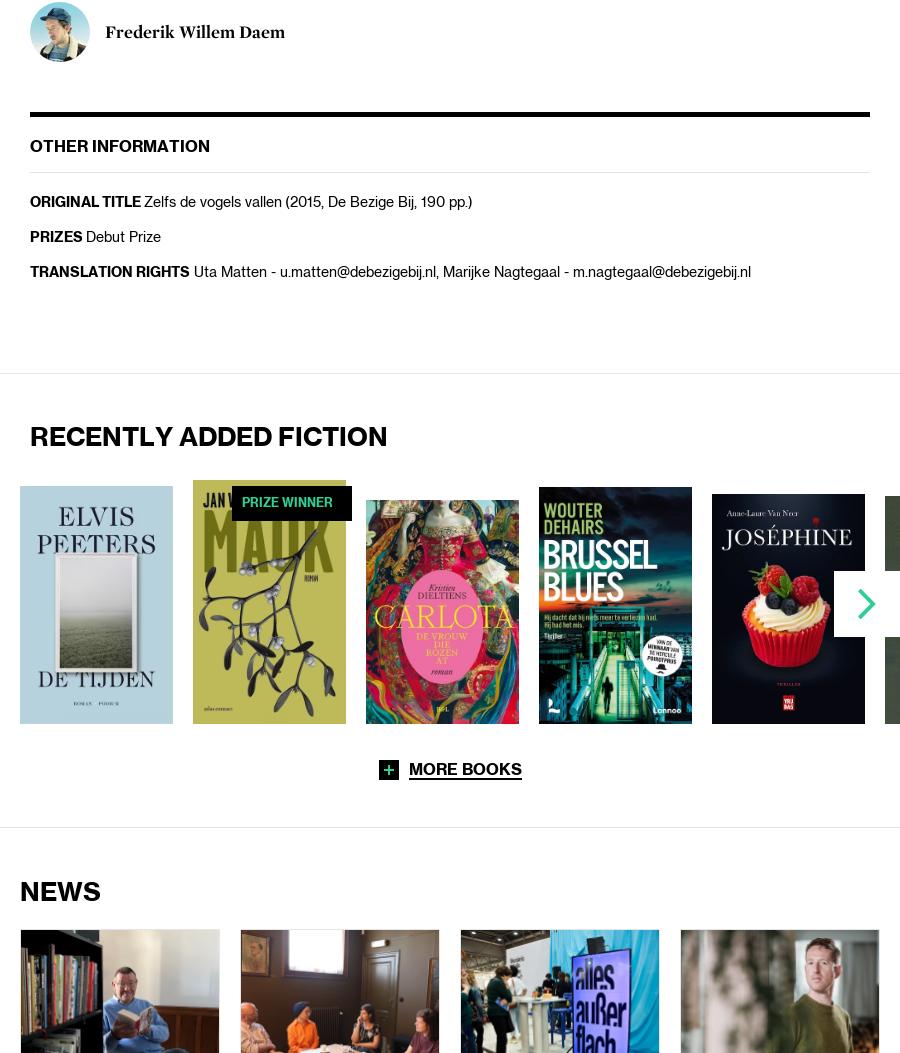 This screenshot has height=1053, width=900. What do you see at coordinates (463, 769) in the screenshot?
I see `'More books'` at bounding box center [463, 769].